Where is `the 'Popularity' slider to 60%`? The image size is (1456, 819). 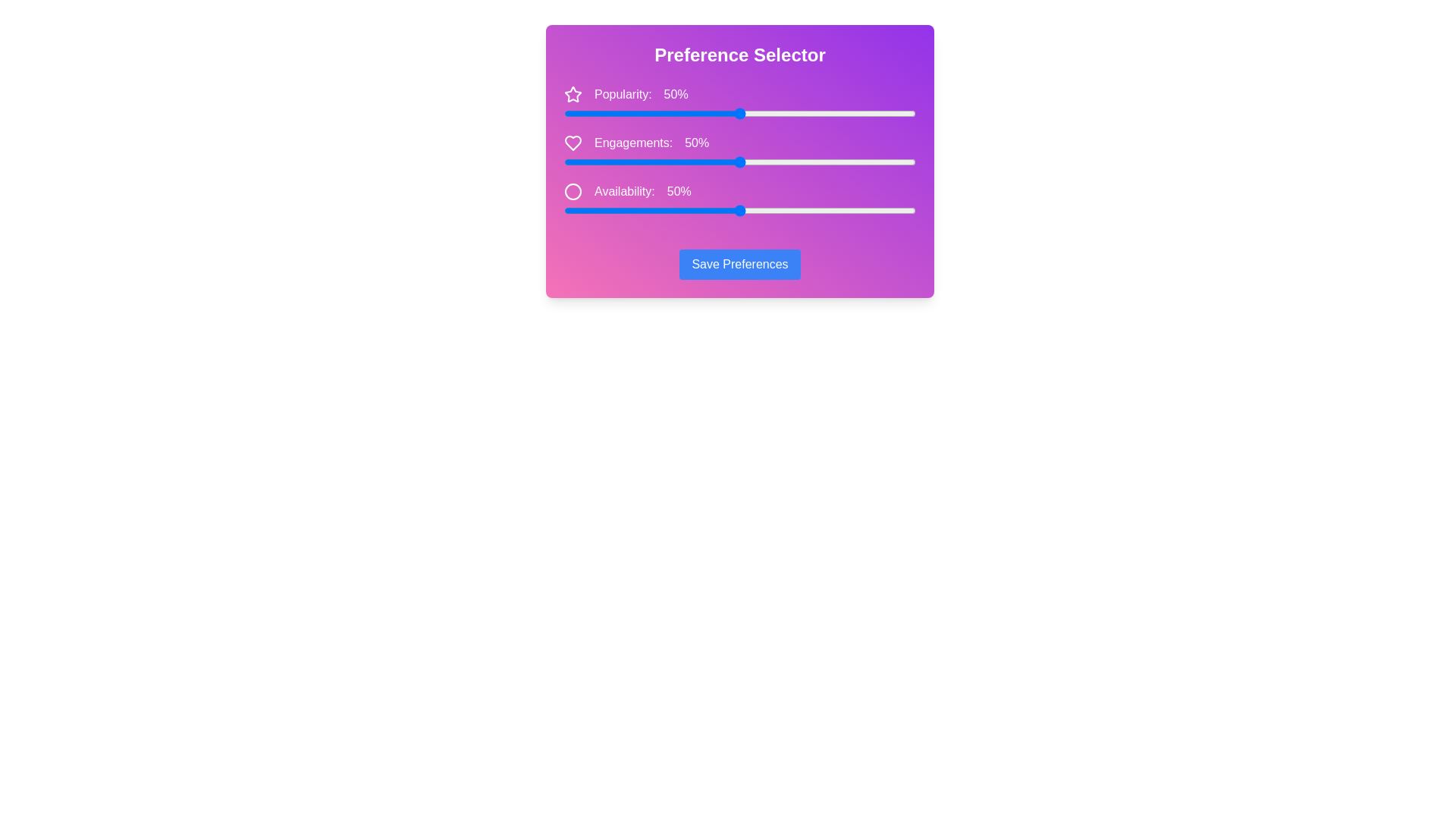
the 'Popularity' slider to 60% is located at coordinates (775, 113).